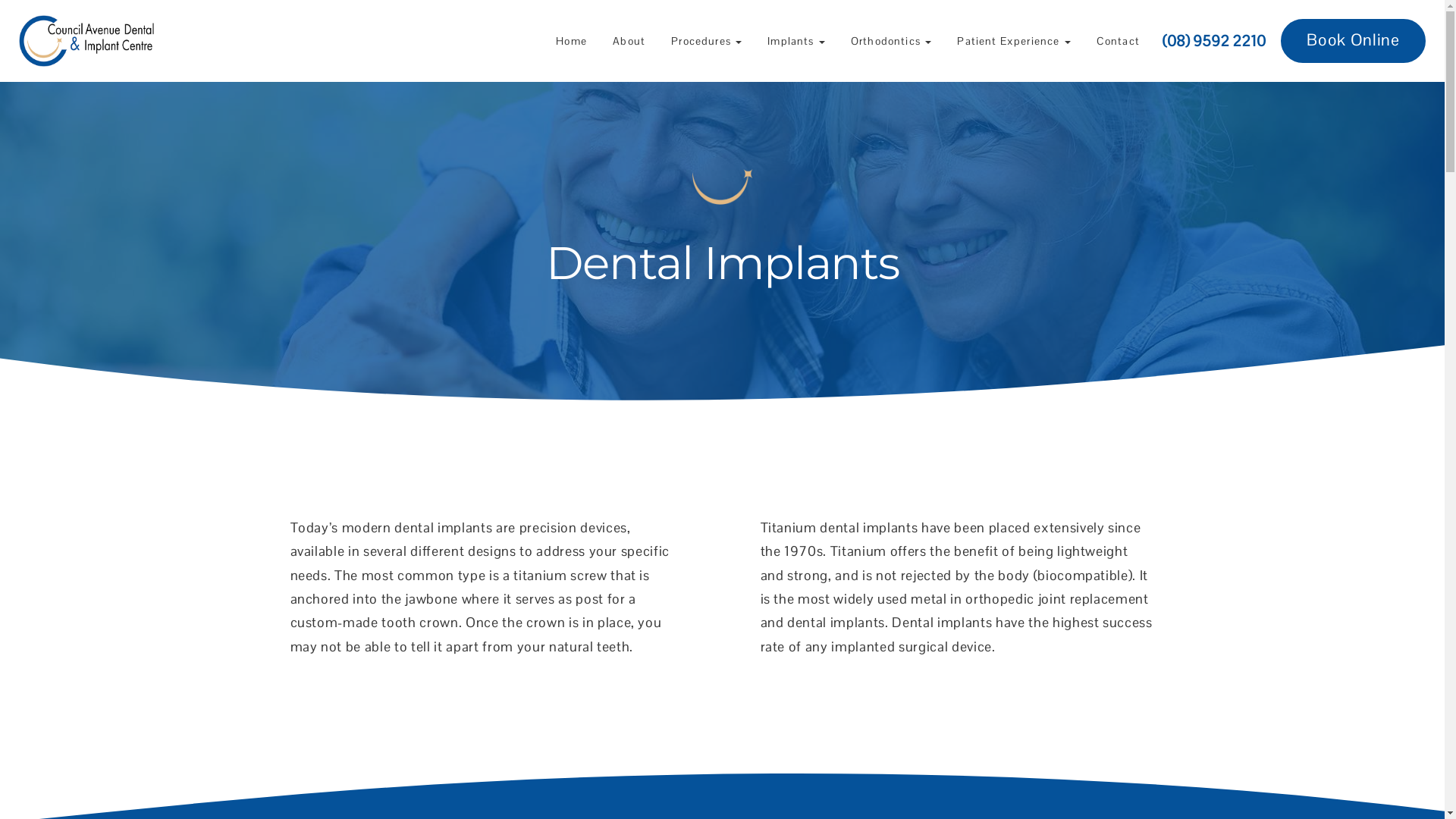  Describe the element at coordinates (659, 40) in the screenshot. I see `'Procedures'` at that location.